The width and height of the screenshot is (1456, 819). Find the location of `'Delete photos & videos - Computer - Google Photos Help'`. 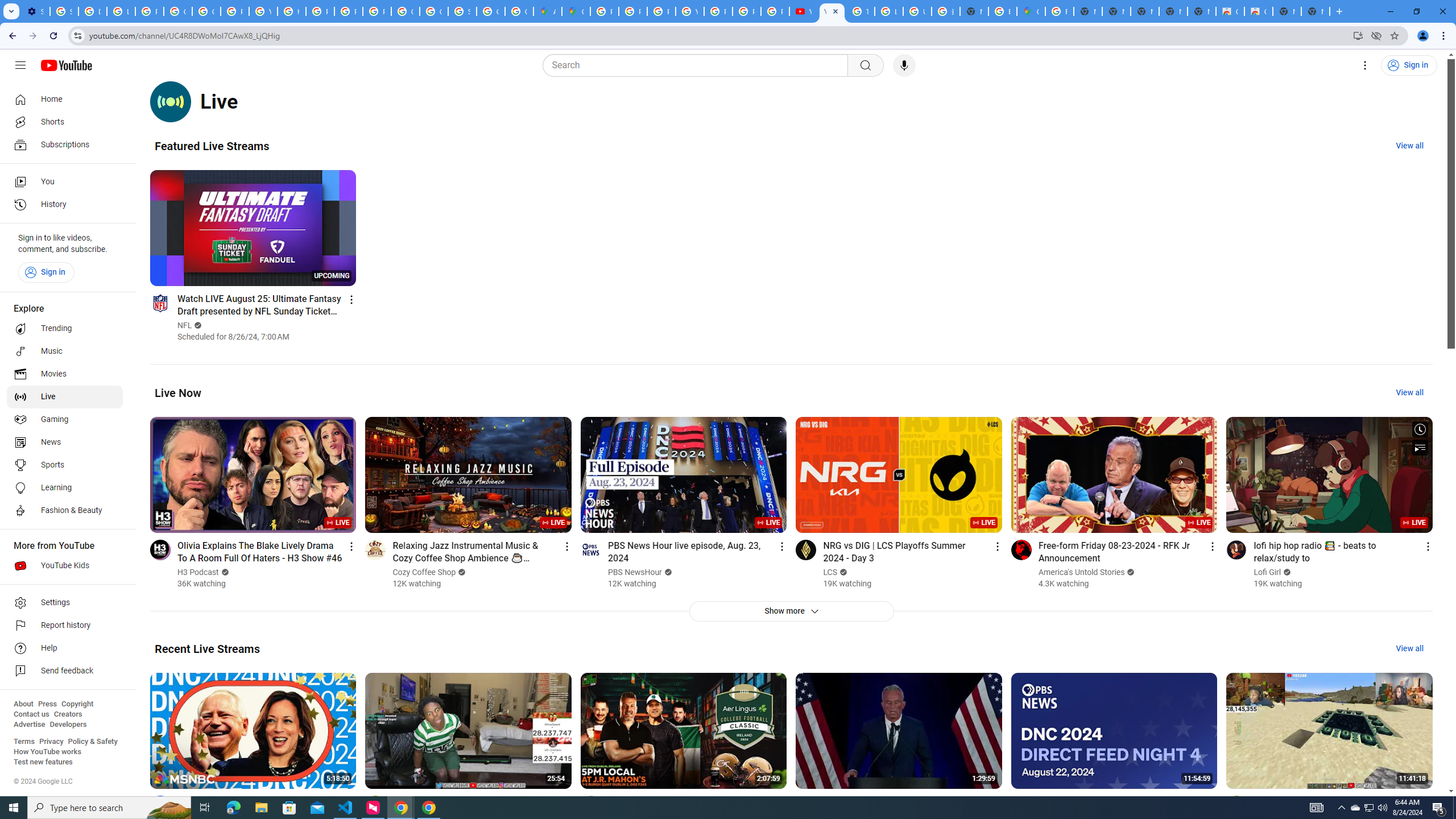

'Delete photos & videos - Computer - Google Photos Help' is located at coordinates (92, 11).